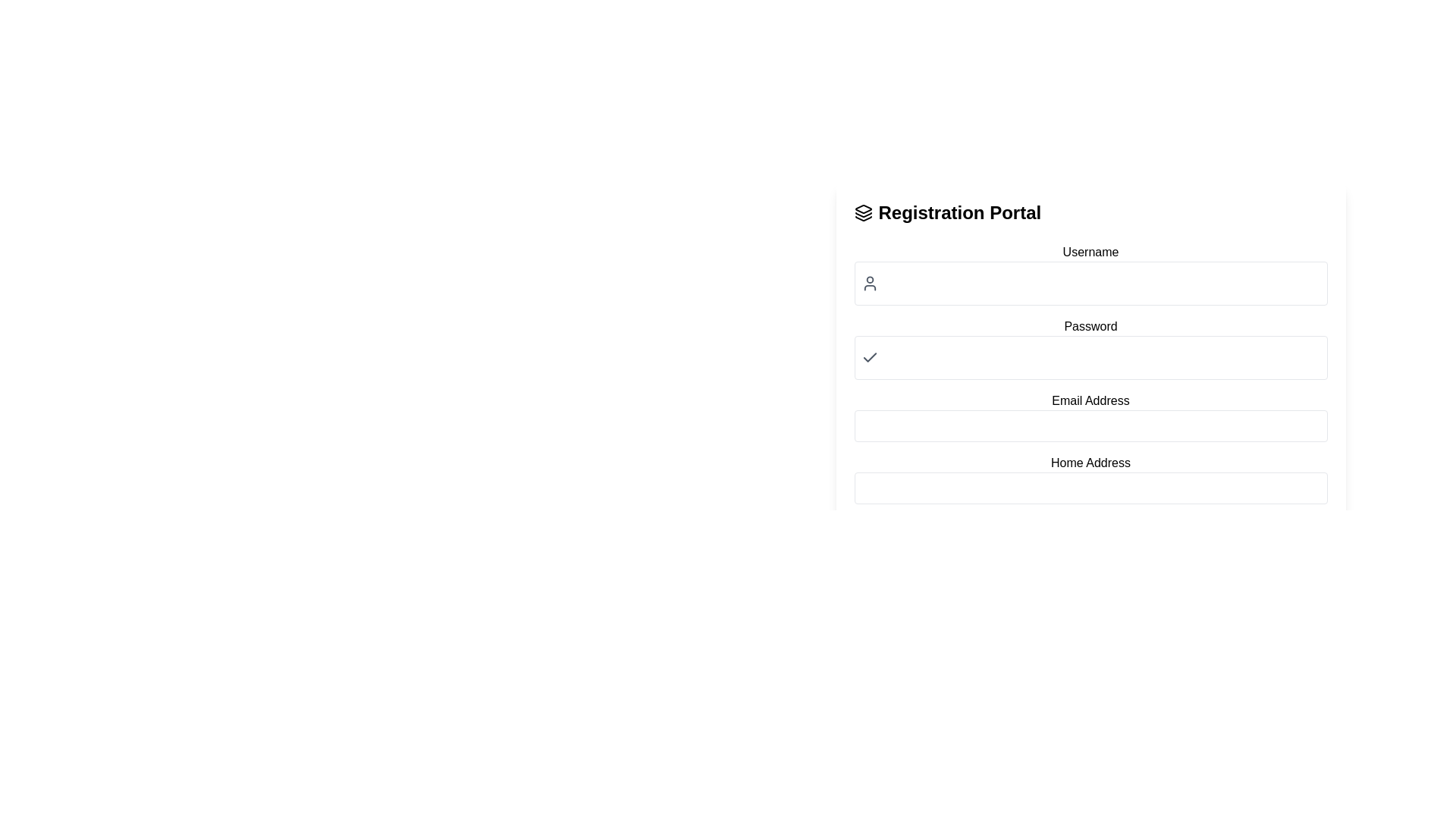 This screenshot has height=819, width=1456. What do you see at coordinates (1090, 462) in the screenshot?
I see `text displayed on the 'Home Address' label, which serves as a guide for the corresponding input field below it` at bounding box center [1090, 462].